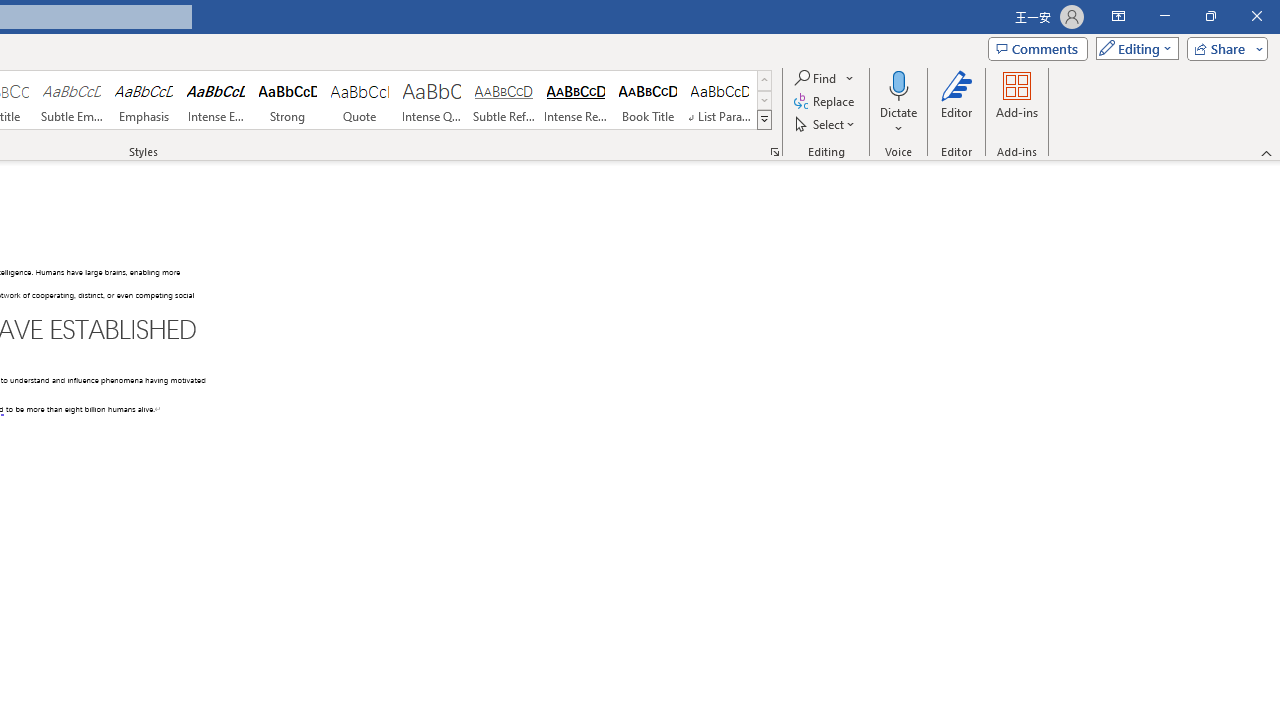 The image size is (1280, 720). I want to click on 'Intense Reference', so click(575, 100).